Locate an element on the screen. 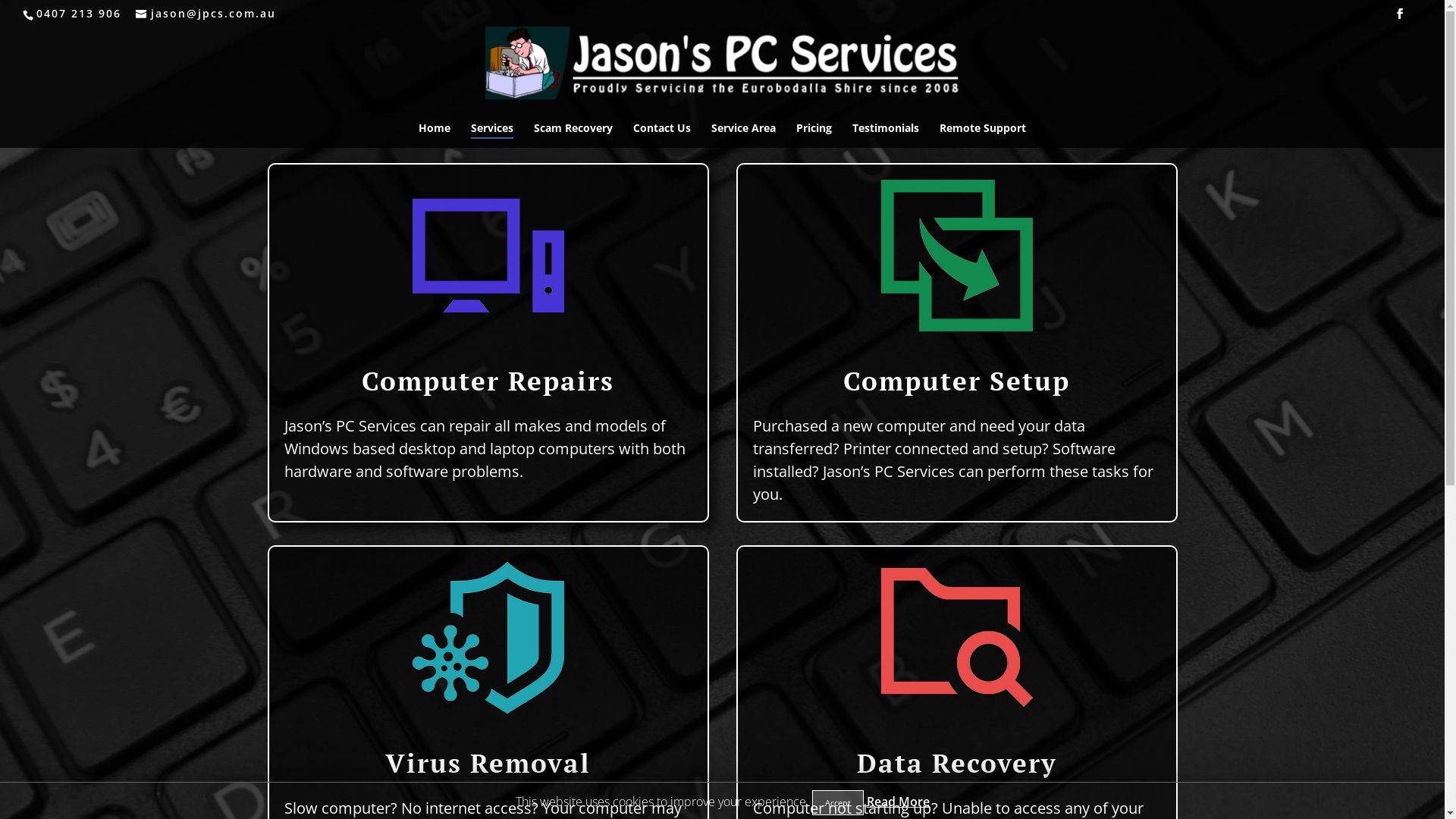 The image size is (1456, 819). 'Read More' is located at coordinates (897, 800).